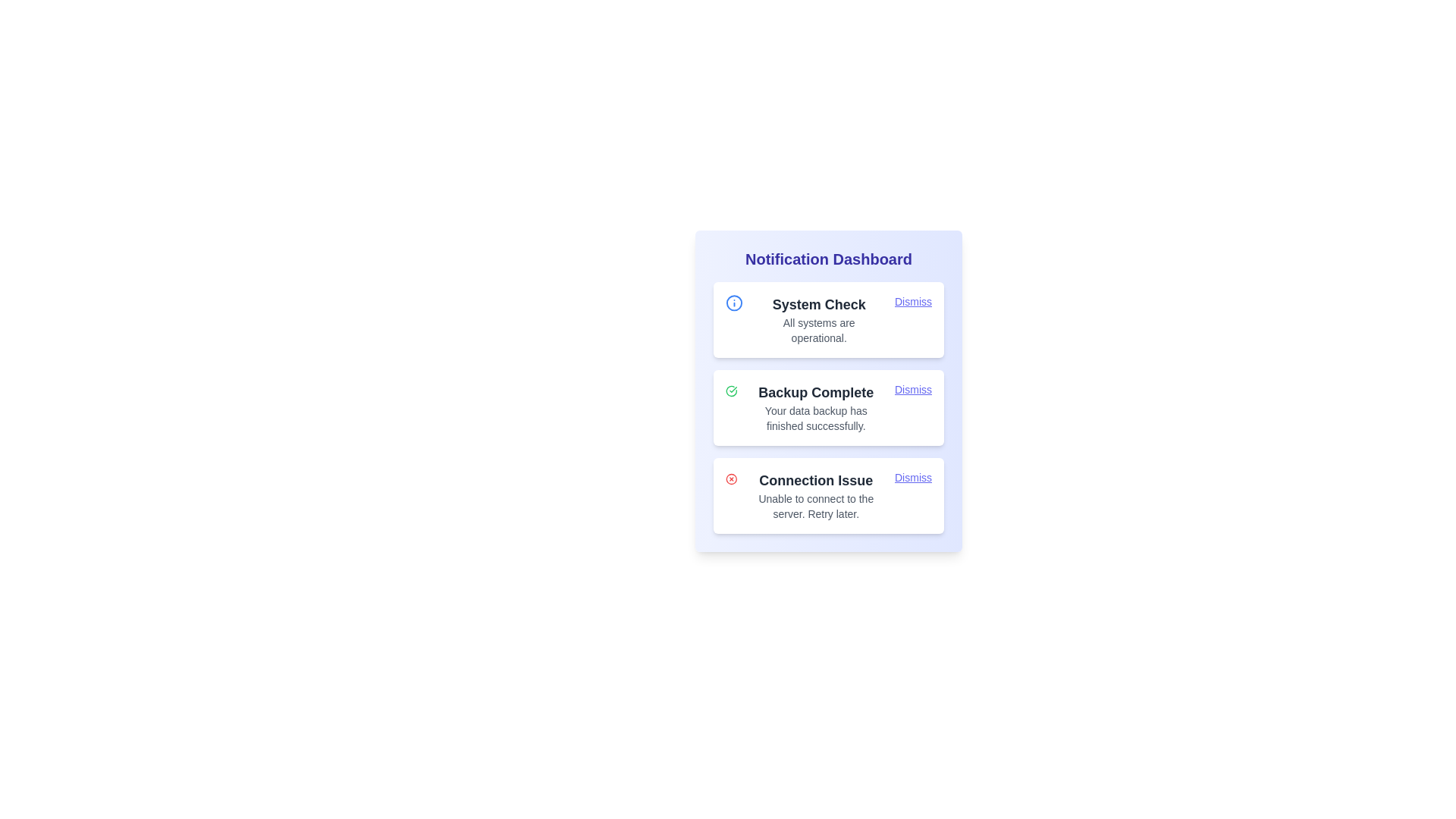  I want to click on the Label or Text Heading at the top of the notification card to trigger the tooltip, so click(818, 304).